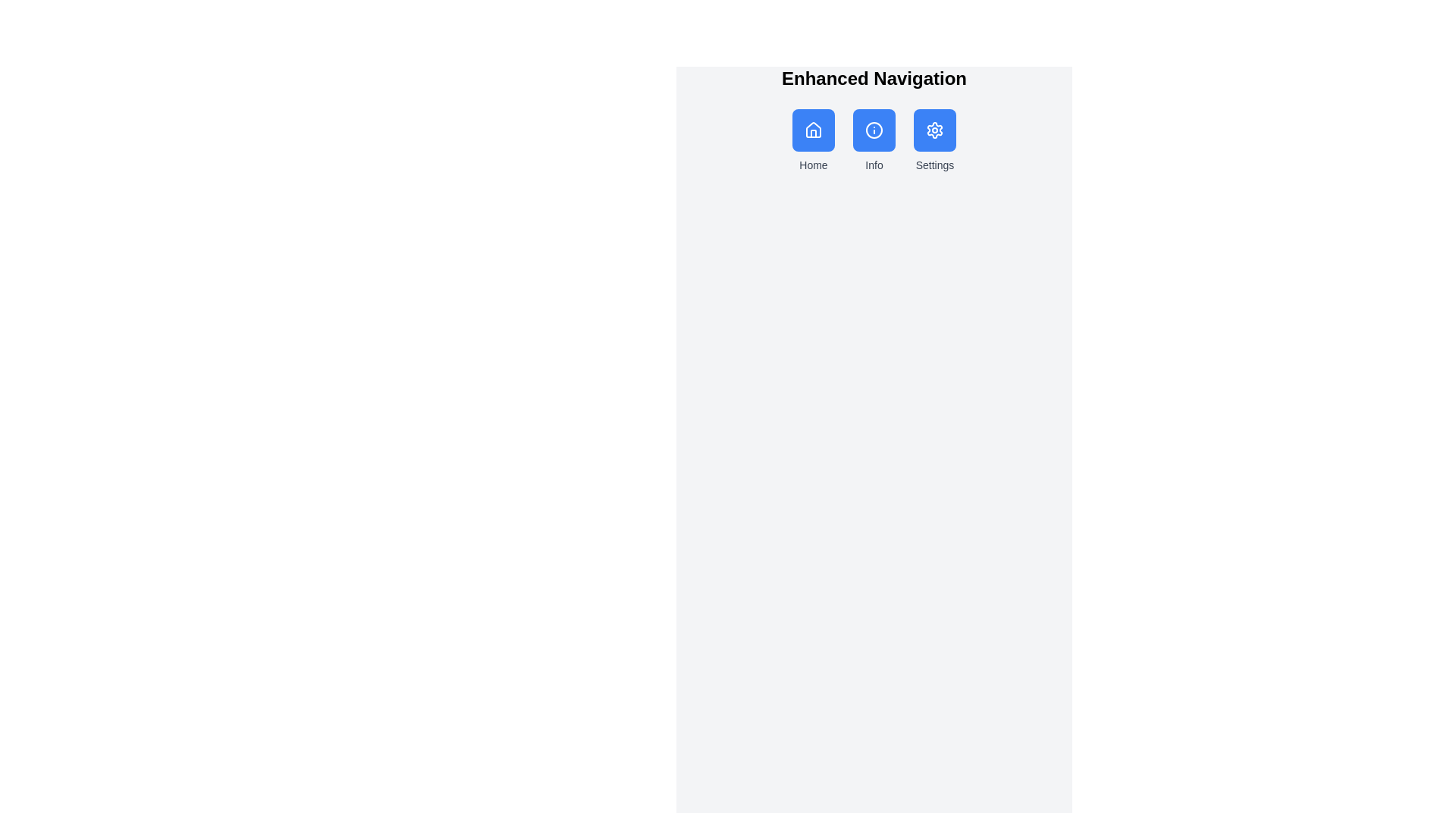  I want to click on the 'Home' navigation icon, which is the first button in the horizontal row below 'Enhanced Navigation', so click(813, 130).